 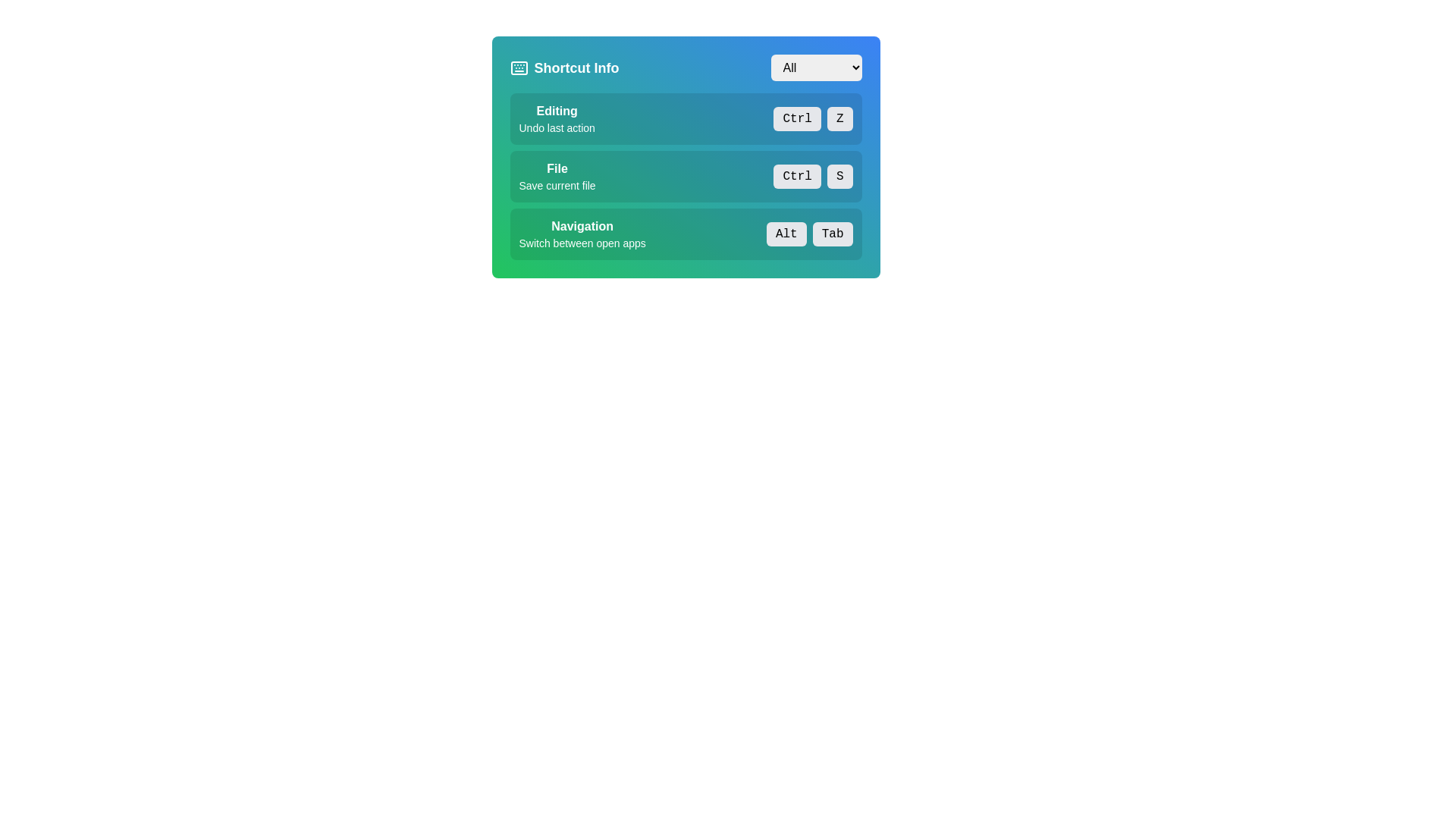 I want to click on the static display element representing the 'Alt' key, which is located in the bottom row under 'Navigation', immediately before the 'Tab' button, so click(x=786, y=234).